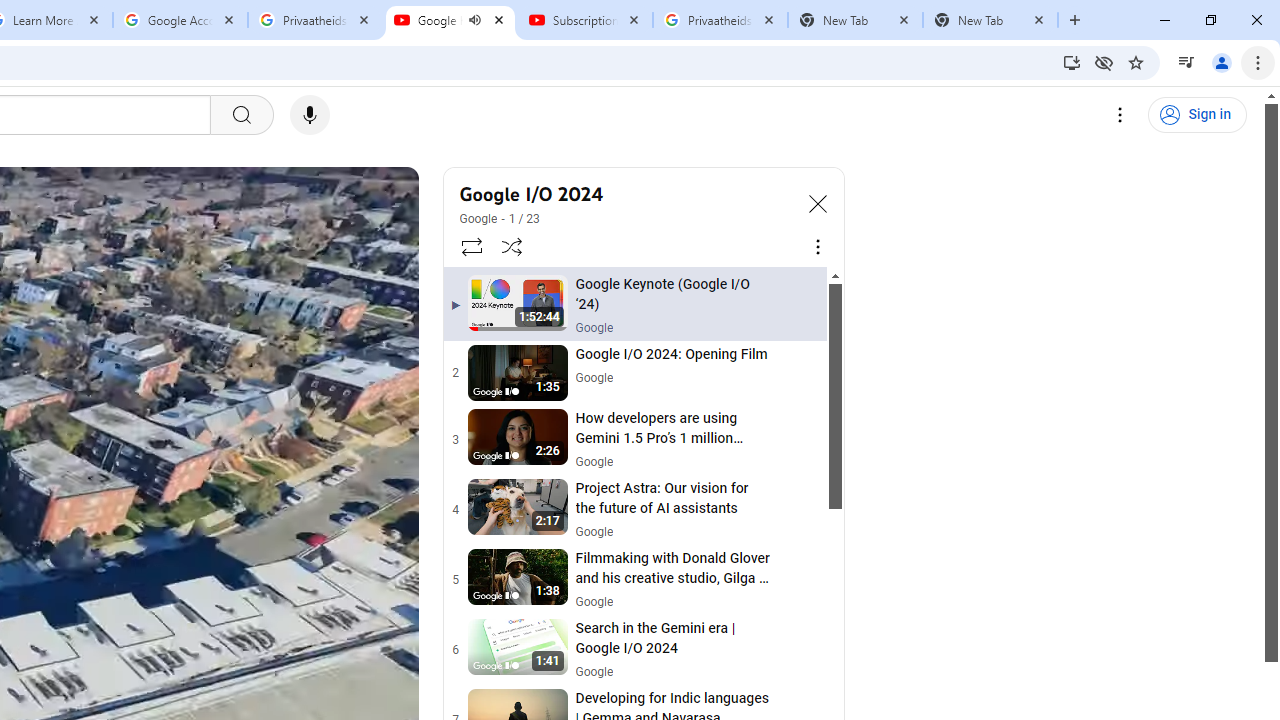 The height and width of the screenshot is (720, 1280). I want to click on 'Subscriptions - YouTube', so click(584, 20).